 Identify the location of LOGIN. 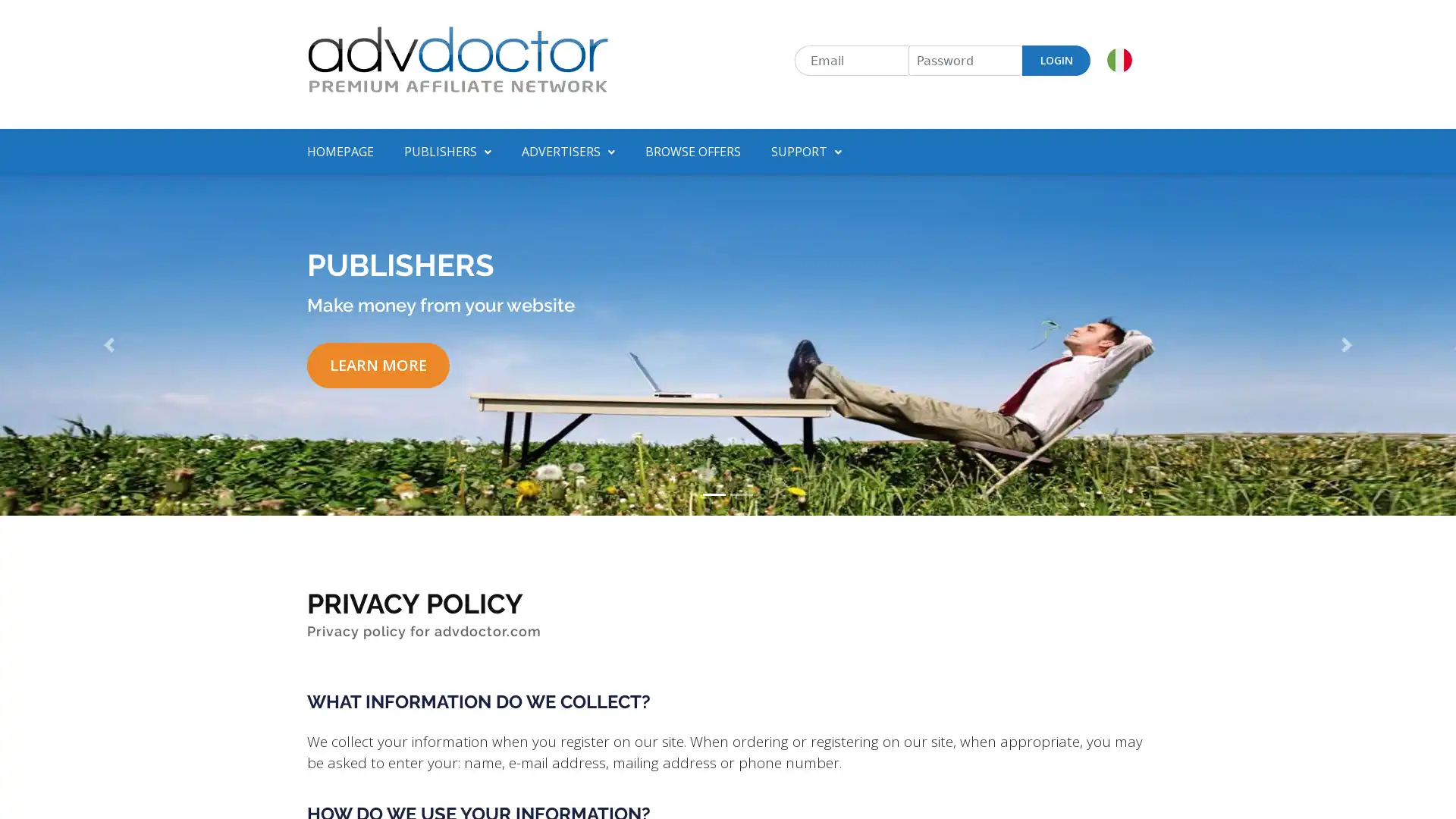
(1055, 60).